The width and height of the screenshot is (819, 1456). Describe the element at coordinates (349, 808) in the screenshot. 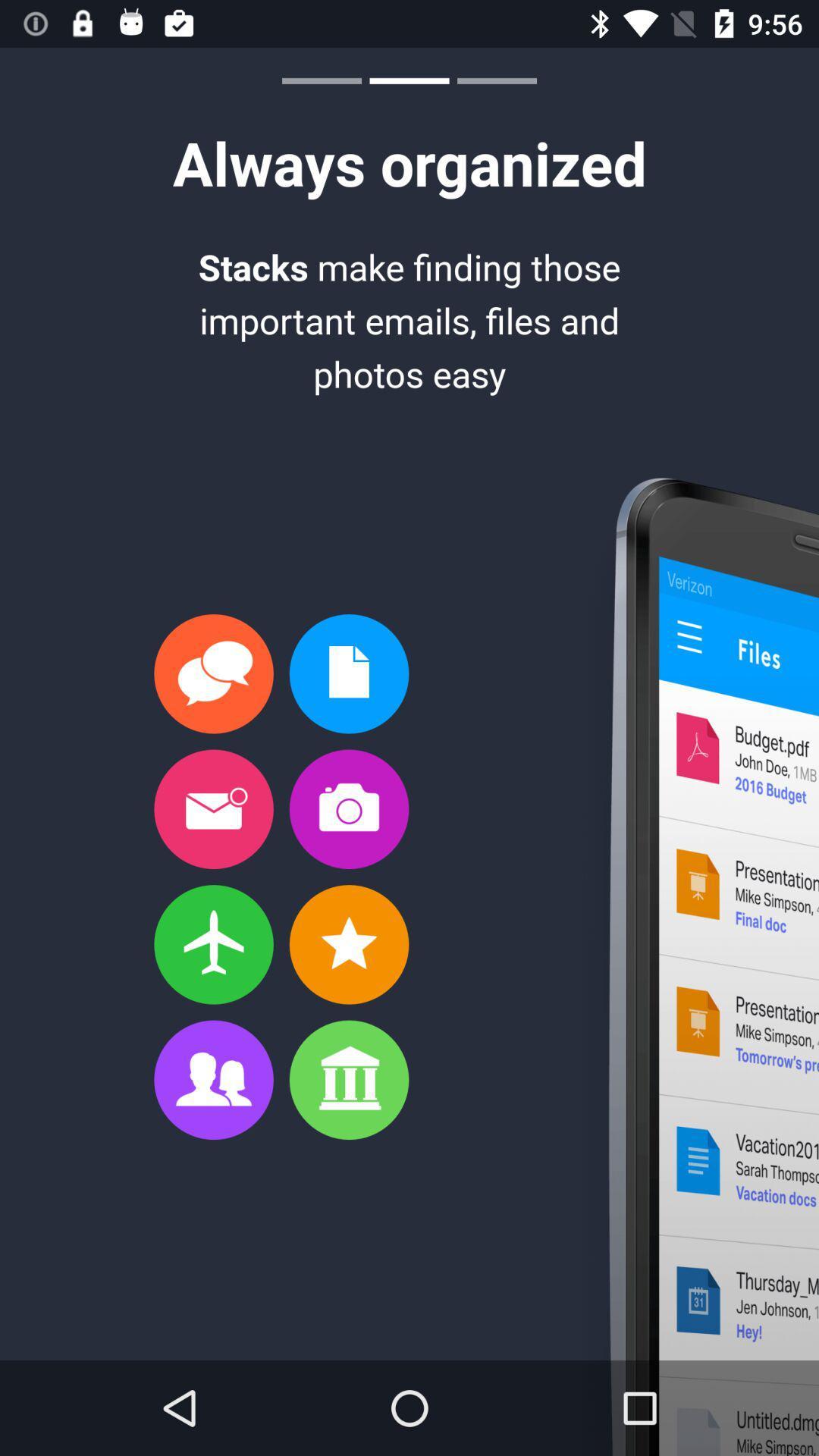

I see `a camera button on a page` at that location.